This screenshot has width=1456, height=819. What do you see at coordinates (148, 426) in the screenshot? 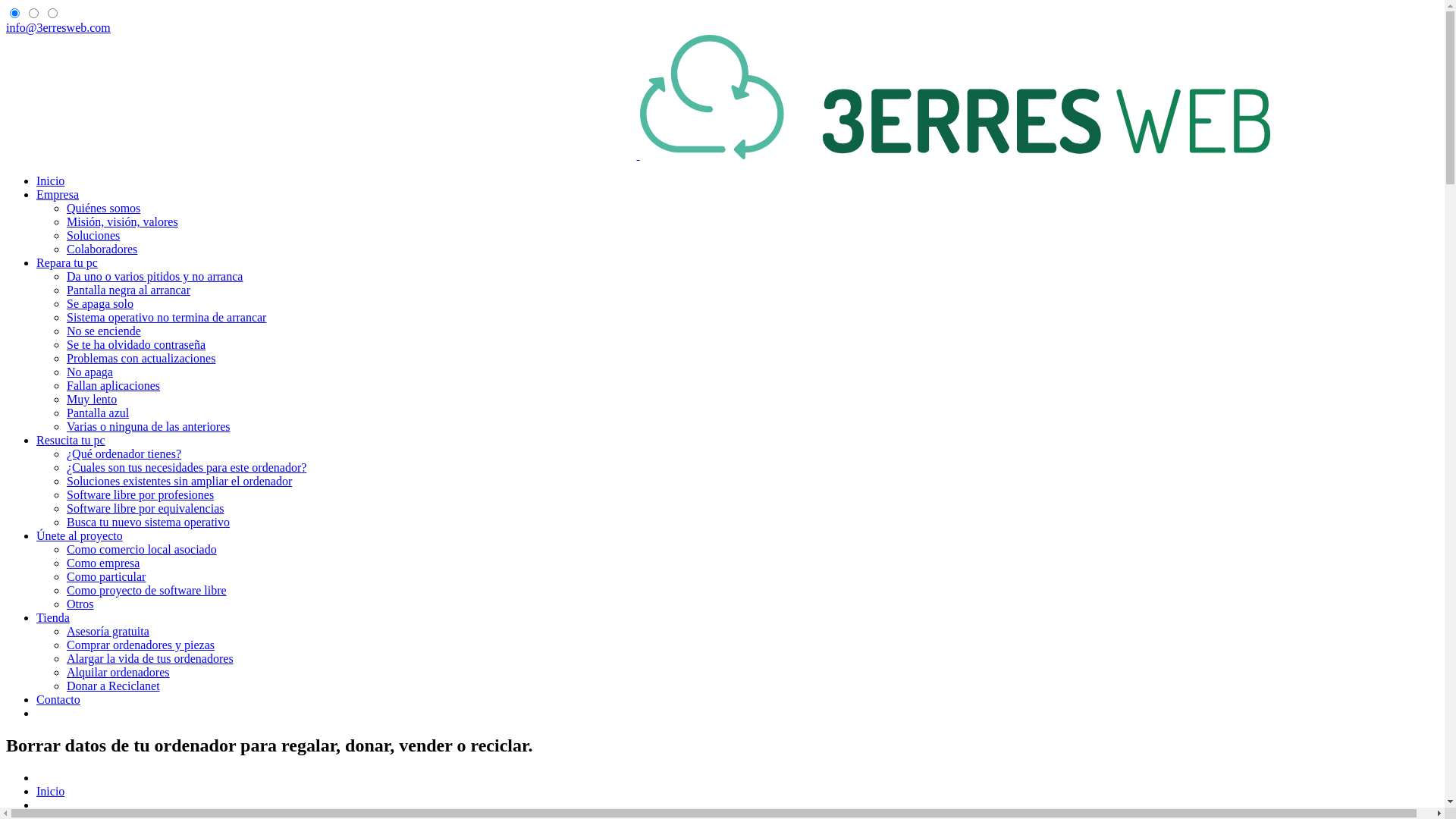
I see `'Varias o ninguna de las anteriores'` at bounding box center [148, 426].